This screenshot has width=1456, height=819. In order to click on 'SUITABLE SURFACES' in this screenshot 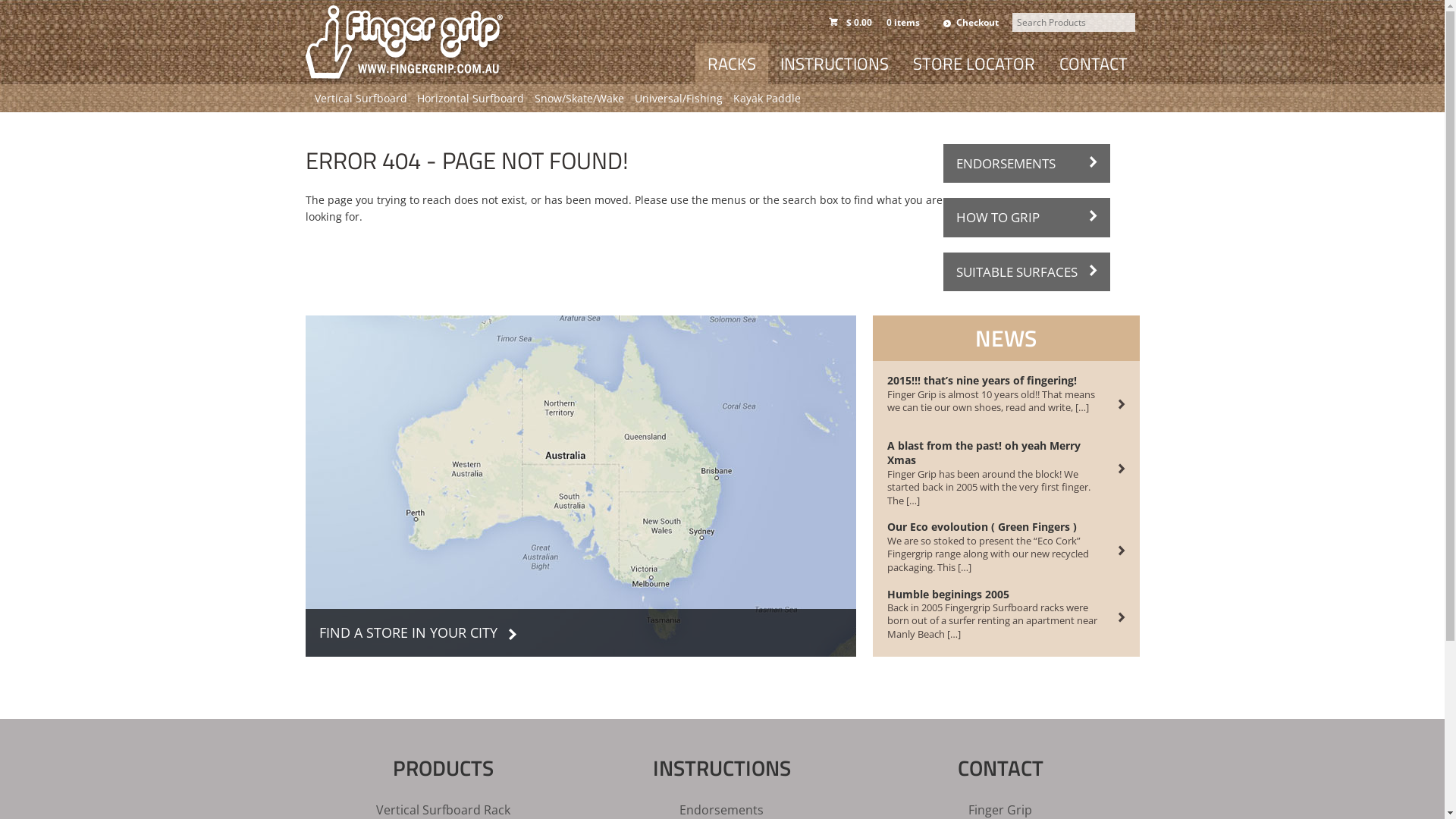, I will do `click(1026, 271)`.